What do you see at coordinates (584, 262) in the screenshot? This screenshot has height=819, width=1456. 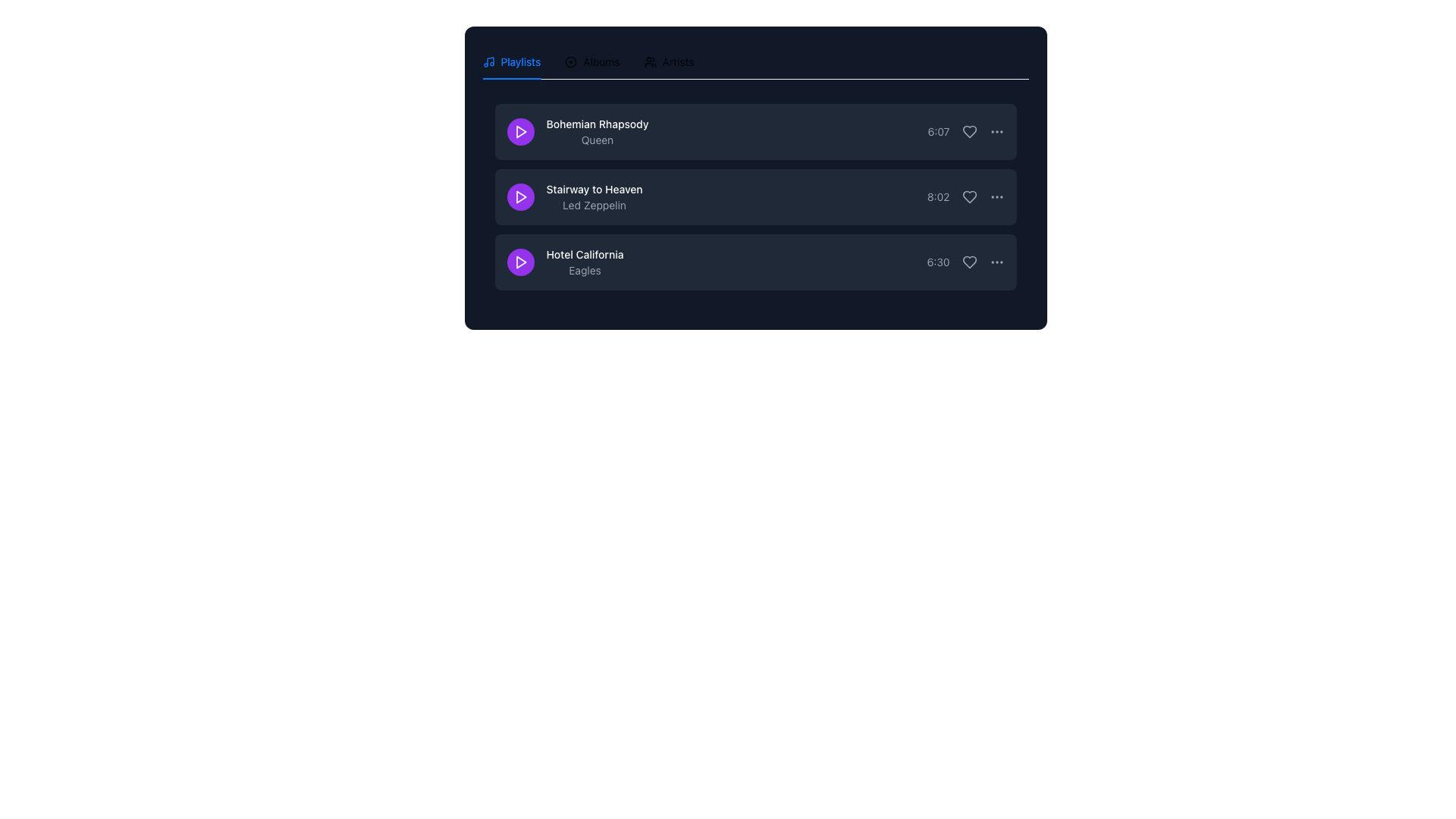 I see `the text label that displays the title and artist of the third music track in the list, positioned below 'Bohemian Rhapsody' and 'Stairway to Heaven'` at bounding box center [584, 262].